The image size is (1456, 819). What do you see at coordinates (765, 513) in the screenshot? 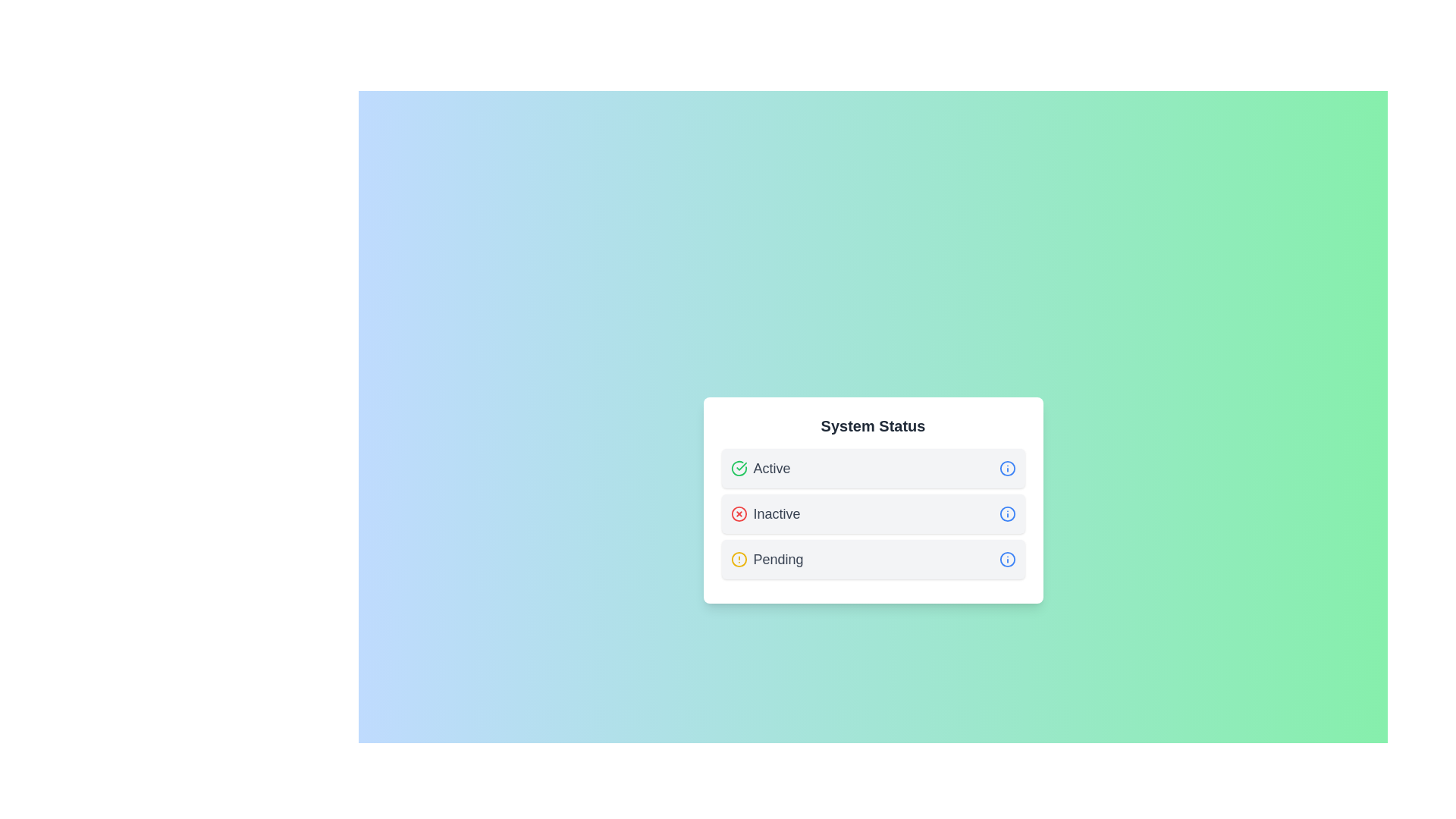
I see `the 'Inactive' status label with red icon and white 'X', which is the second item in the vertical list of status options under 'System Status'` at bounding box center [765, 513].